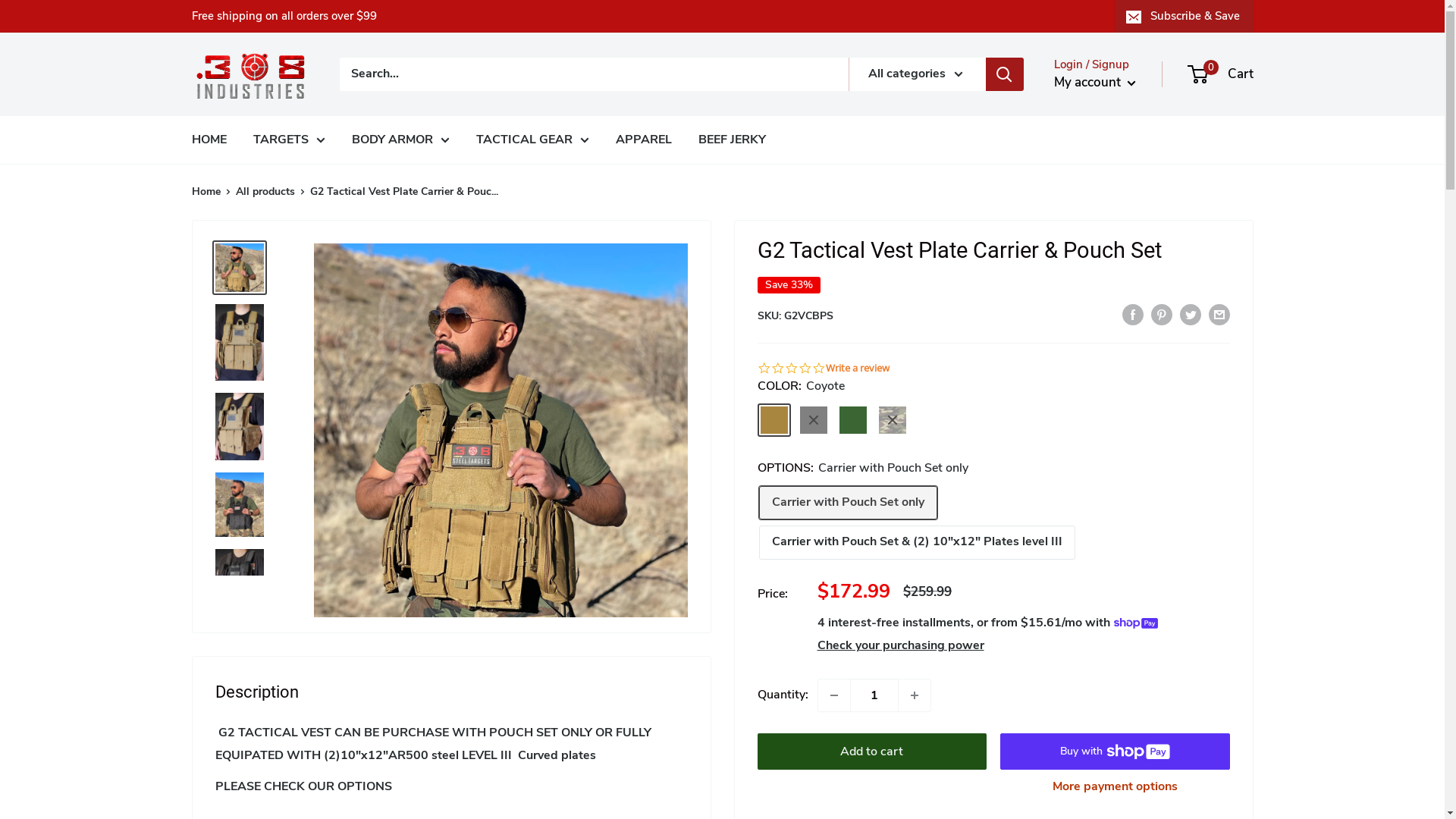 The image size is (1456, 819). Describe the element at coordinates (400, 140) in the screenshot. I see `'BODY ARMOR'` at that location.